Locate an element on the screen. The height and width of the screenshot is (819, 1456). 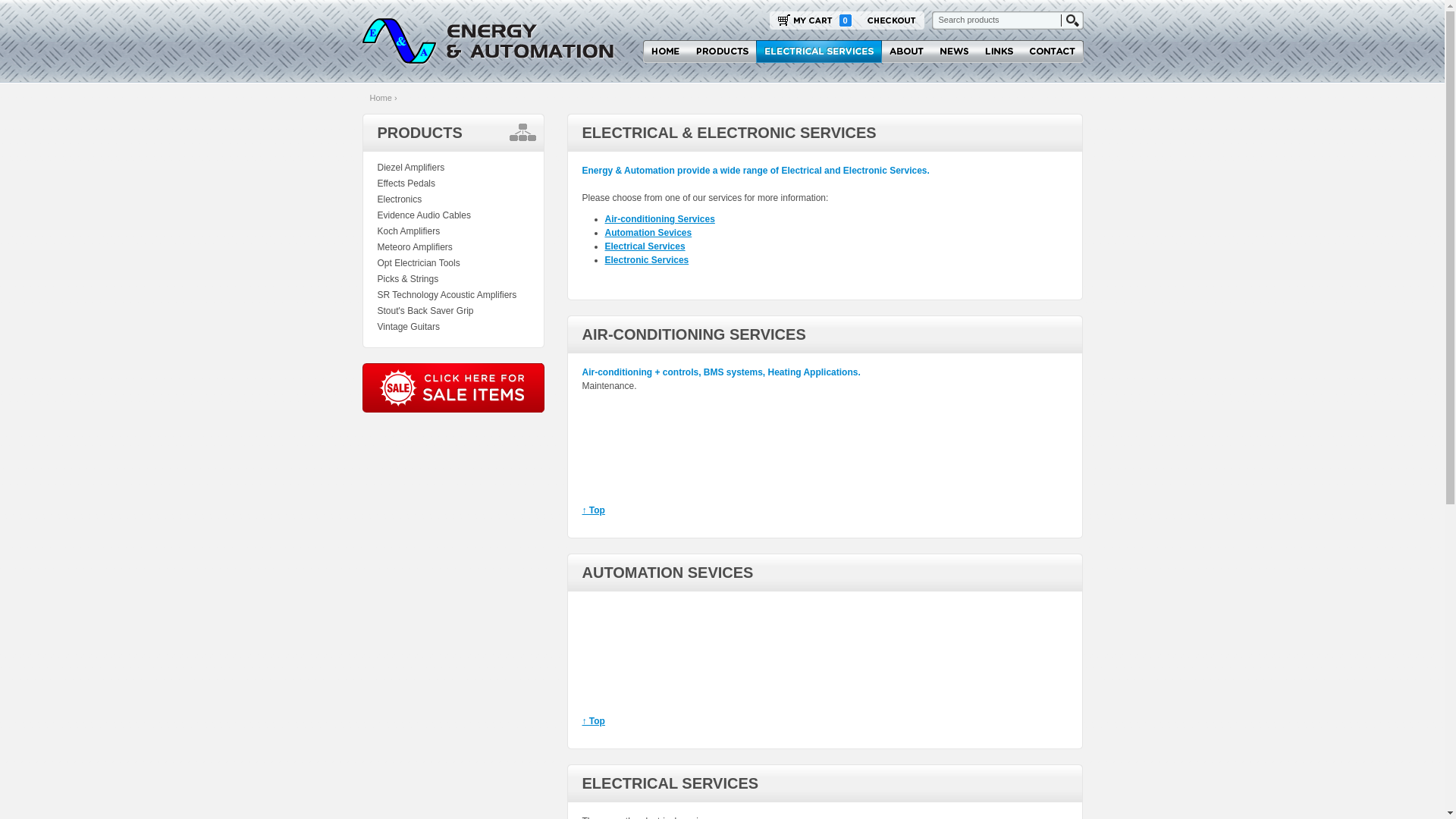
'Automation Sevices' is located at coordinates (648, 233).